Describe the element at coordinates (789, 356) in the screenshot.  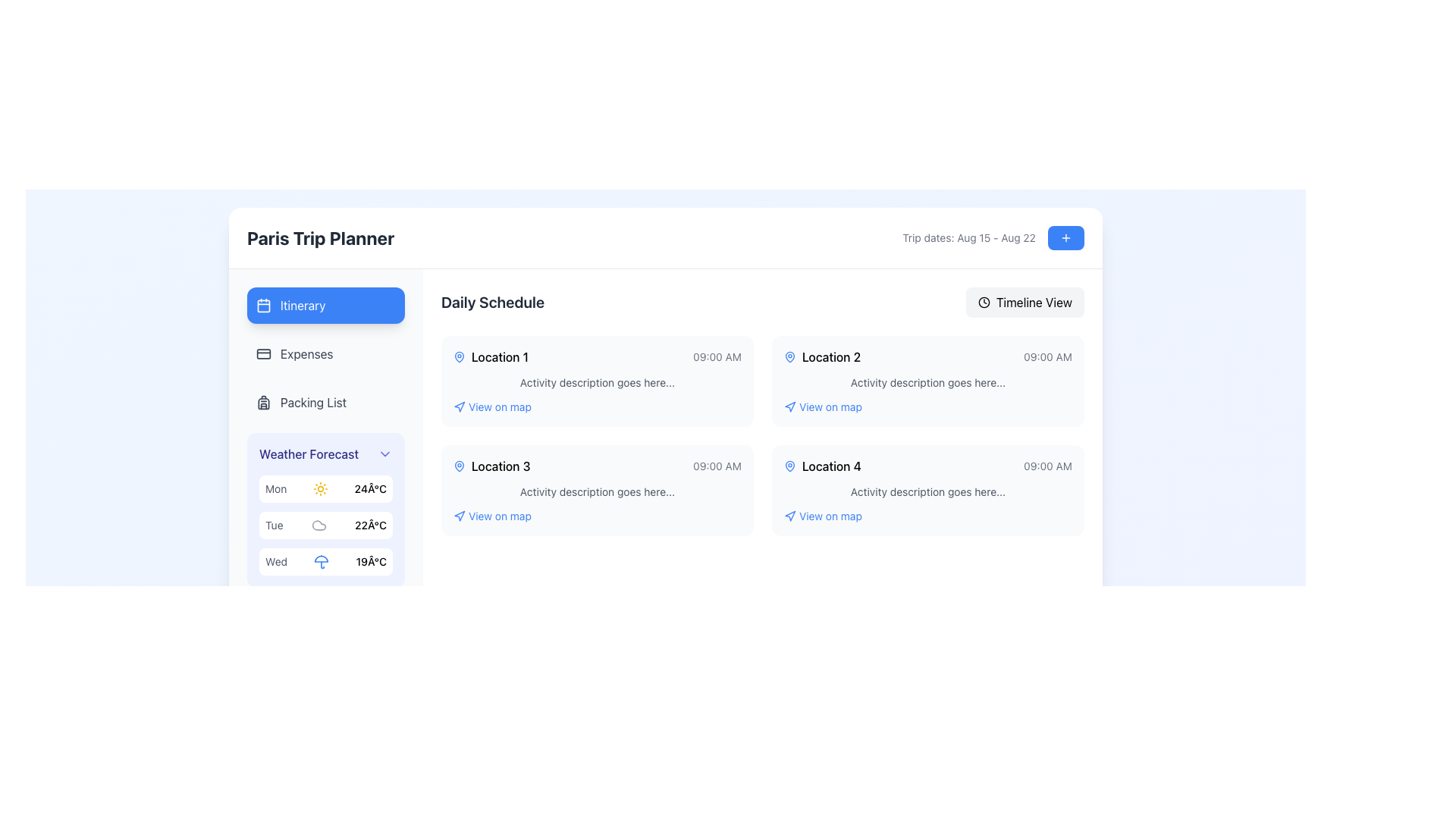
I see `the blue map pin icon associated with 'Location 2' in the 'Daily Schedule' section` at that location.